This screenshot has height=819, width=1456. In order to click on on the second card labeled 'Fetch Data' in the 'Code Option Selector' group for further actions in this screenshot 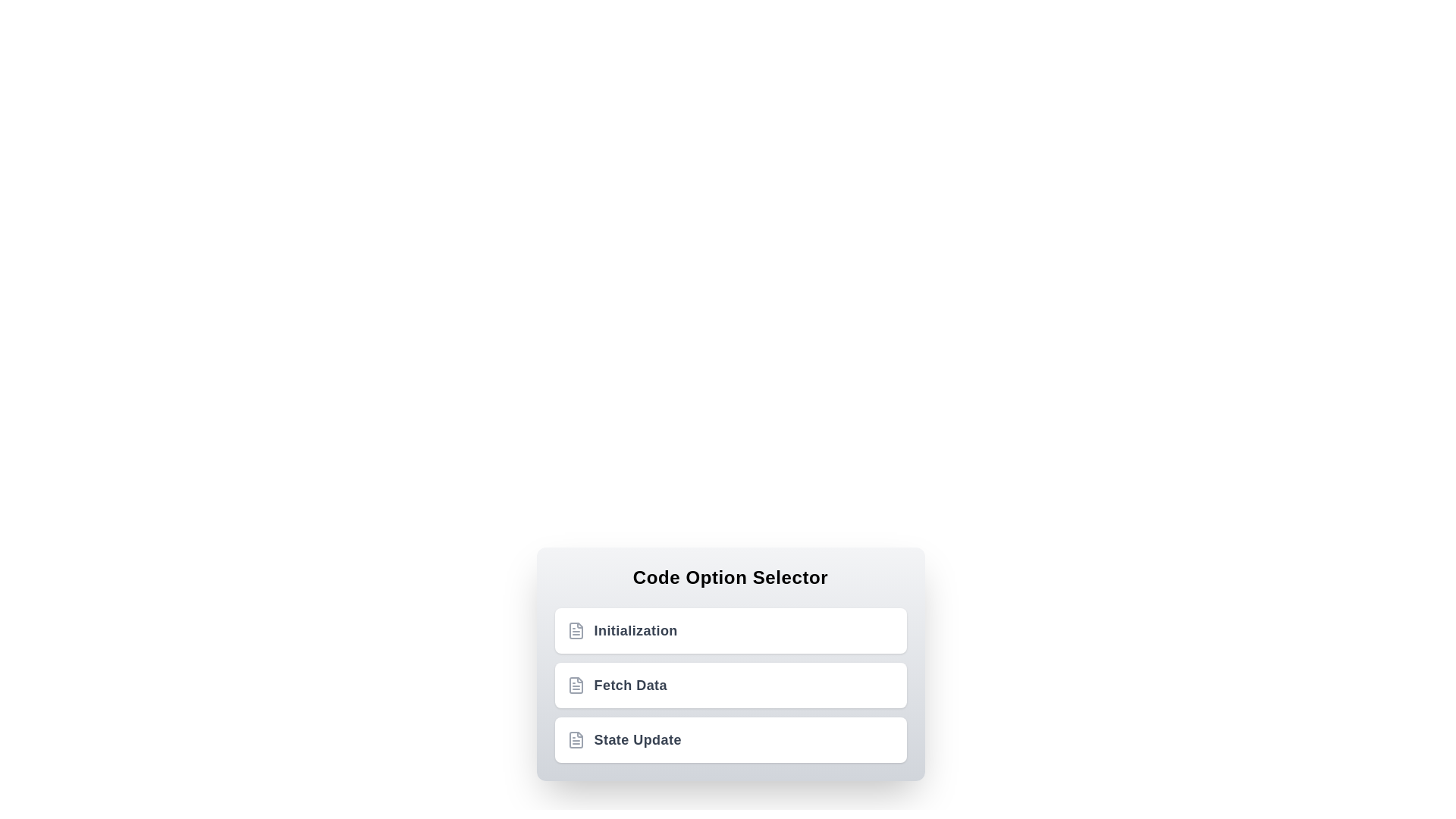, I will do `click(730, 685)`.